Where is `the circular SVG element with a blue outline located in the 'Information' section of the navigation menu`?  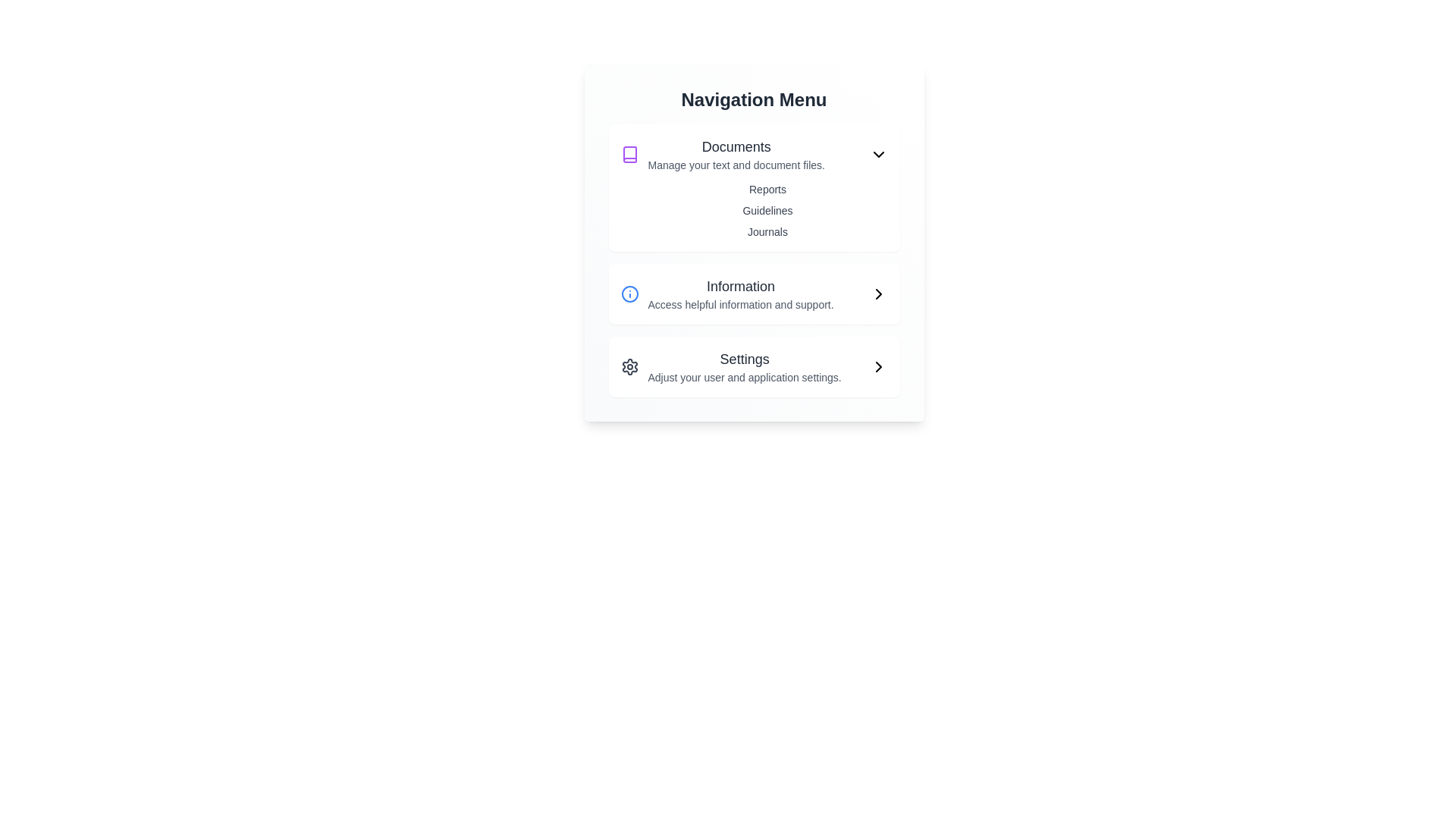
the circular SVG element with a blue outline located in the 'Information' section of the navigation menu is located at coordinates (629, 294).